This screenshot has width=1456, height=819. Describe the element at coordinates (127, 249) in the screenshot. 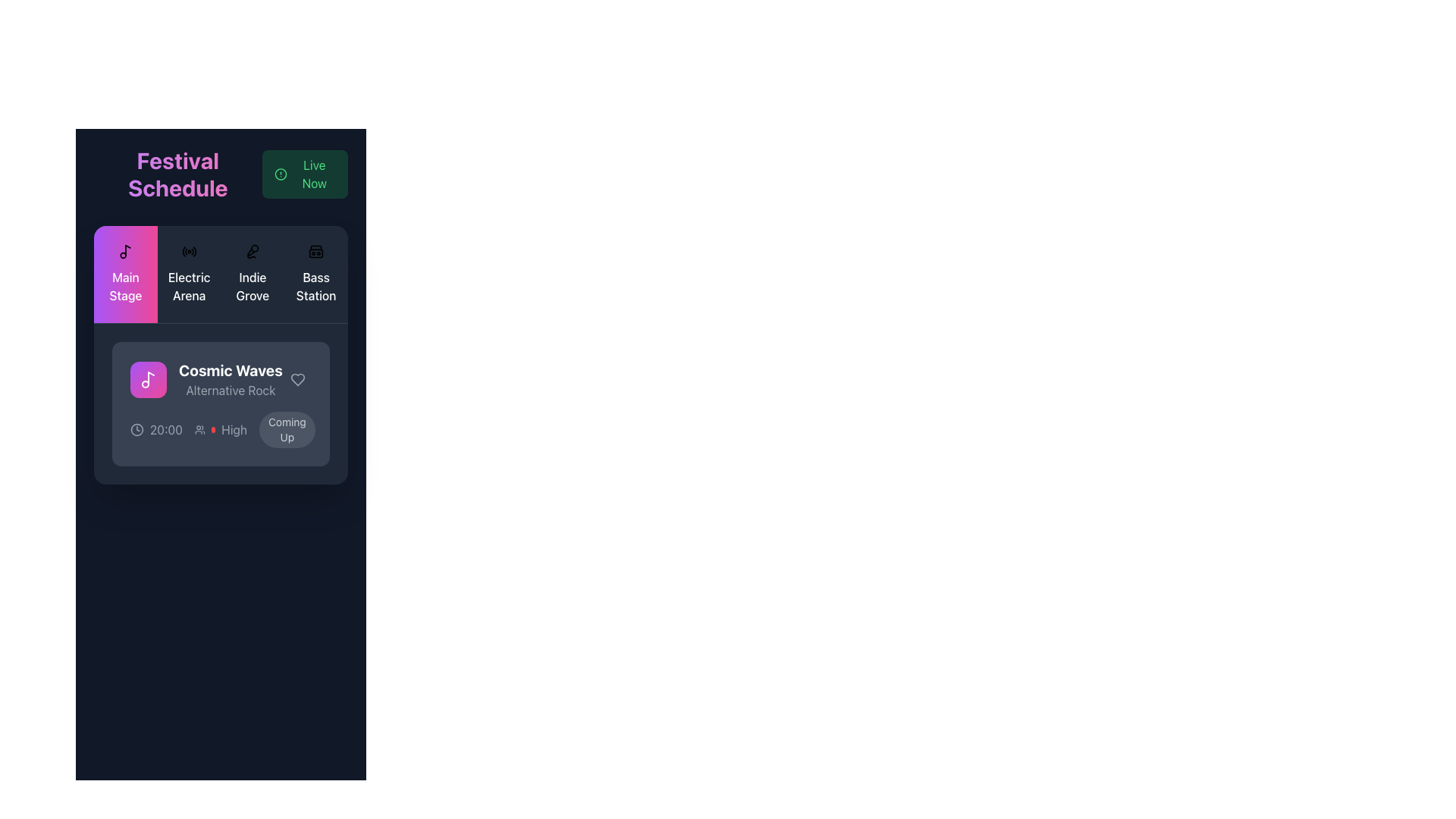

I see `the music note icon located on the leftmost side of the navigation bar that highlights the 'Main Stage' option in bright pink against a dark background` at that location.